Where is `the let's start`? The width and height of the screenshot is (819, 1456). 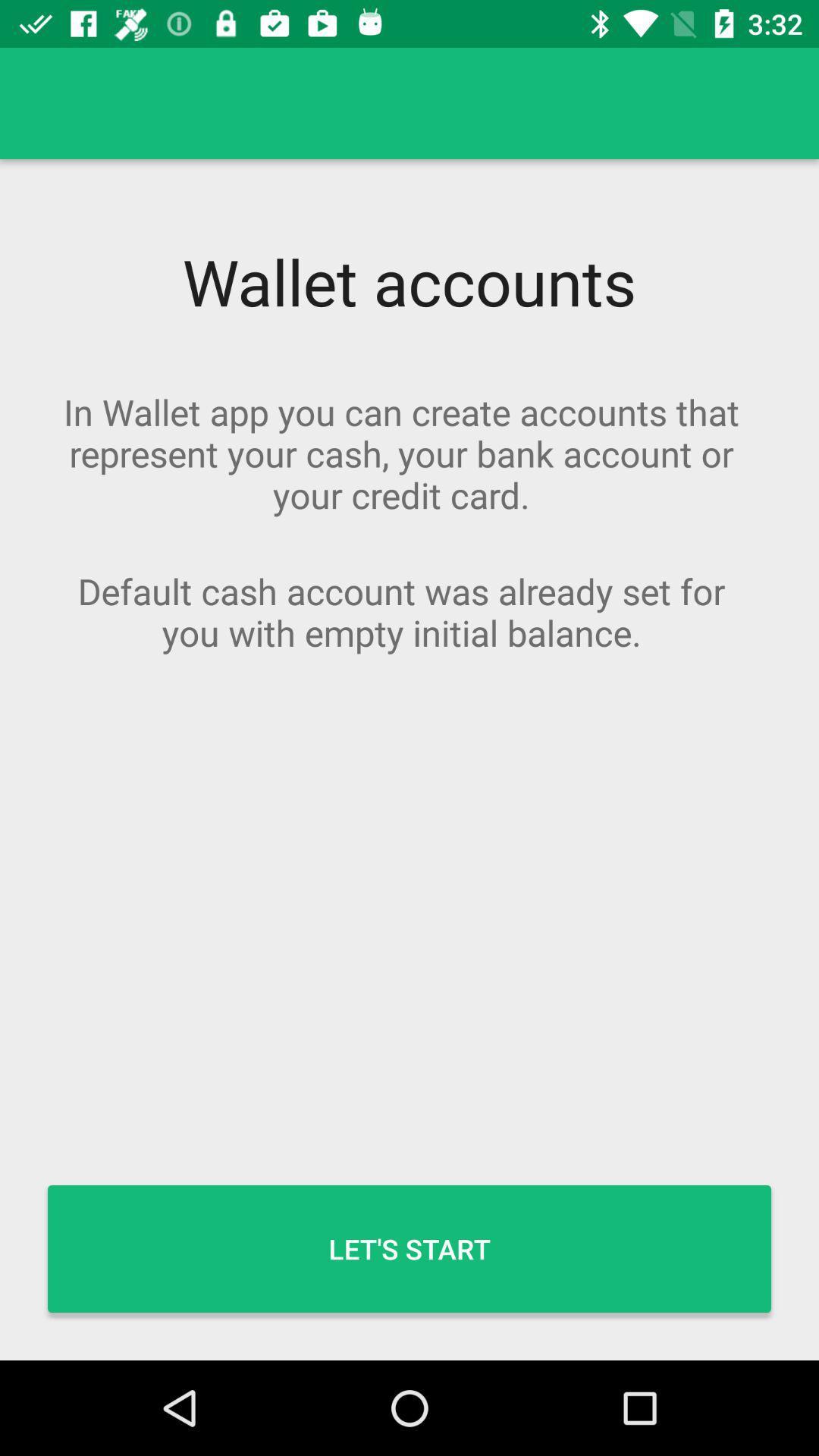 the let's start is located at coordinates (409, 1248).